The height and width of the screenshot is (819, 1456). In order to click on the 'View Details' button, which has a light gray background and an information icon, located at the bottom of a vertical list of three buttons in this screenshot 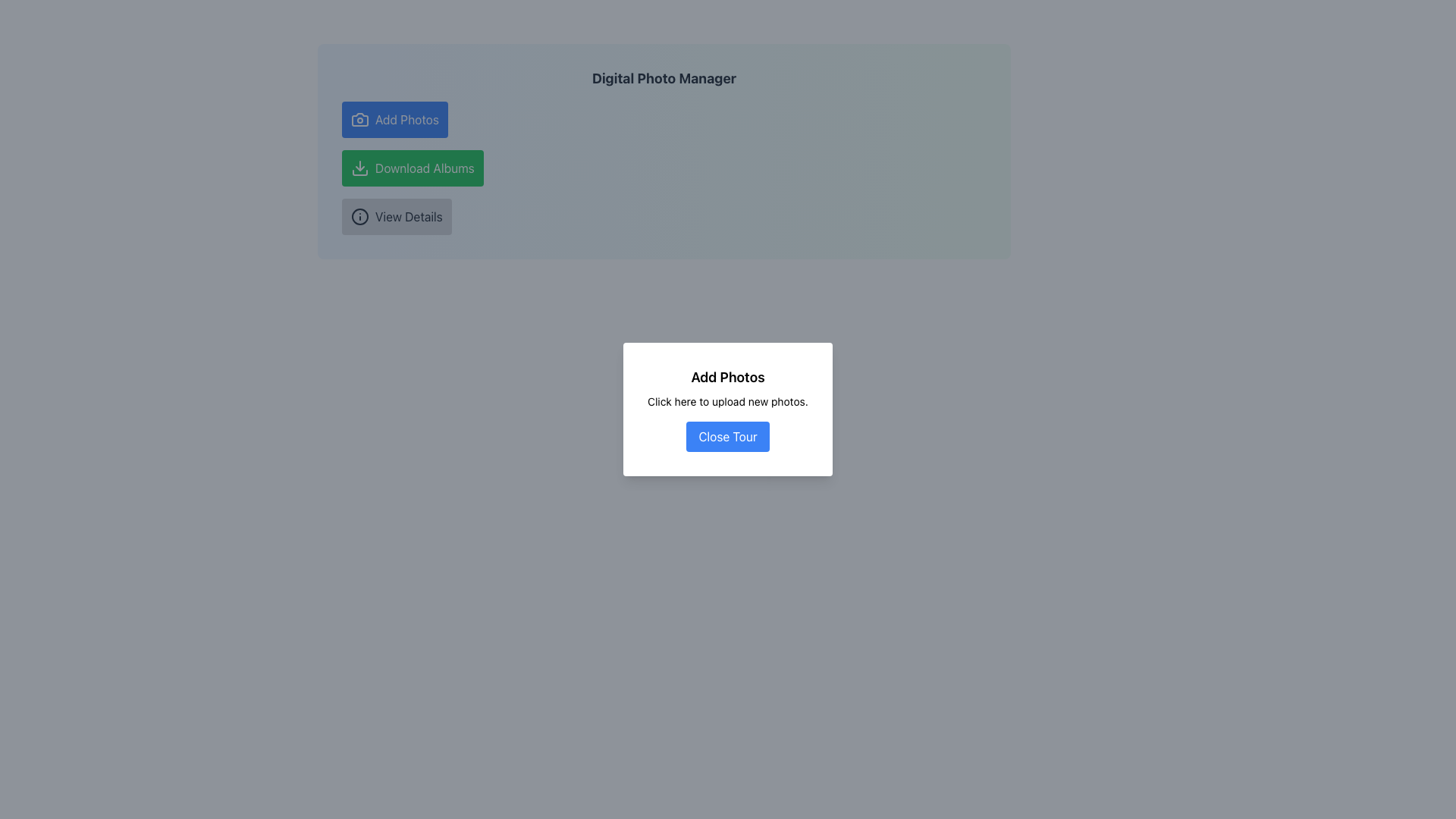, I will do `click(397, 216)`.